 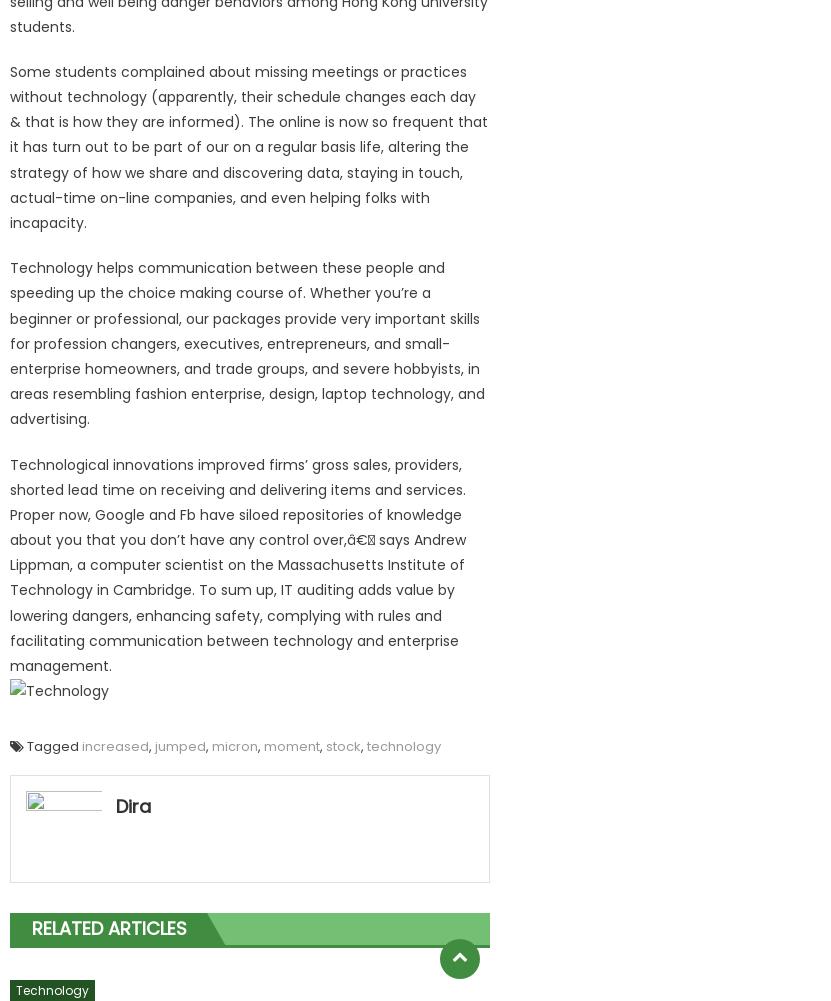 I want to click on 'Some students complained about missing meetings or practices without technology (apparently, their schedule changes each day & that is how they are informed). The online is now so frequent that it has turn out to be part of our on a regular basis life, altering the strategy of how we share and discovering data, staying in touch, actual-time on-line companies, and even helping folks with incapacity.', so click(x=247, y=147).